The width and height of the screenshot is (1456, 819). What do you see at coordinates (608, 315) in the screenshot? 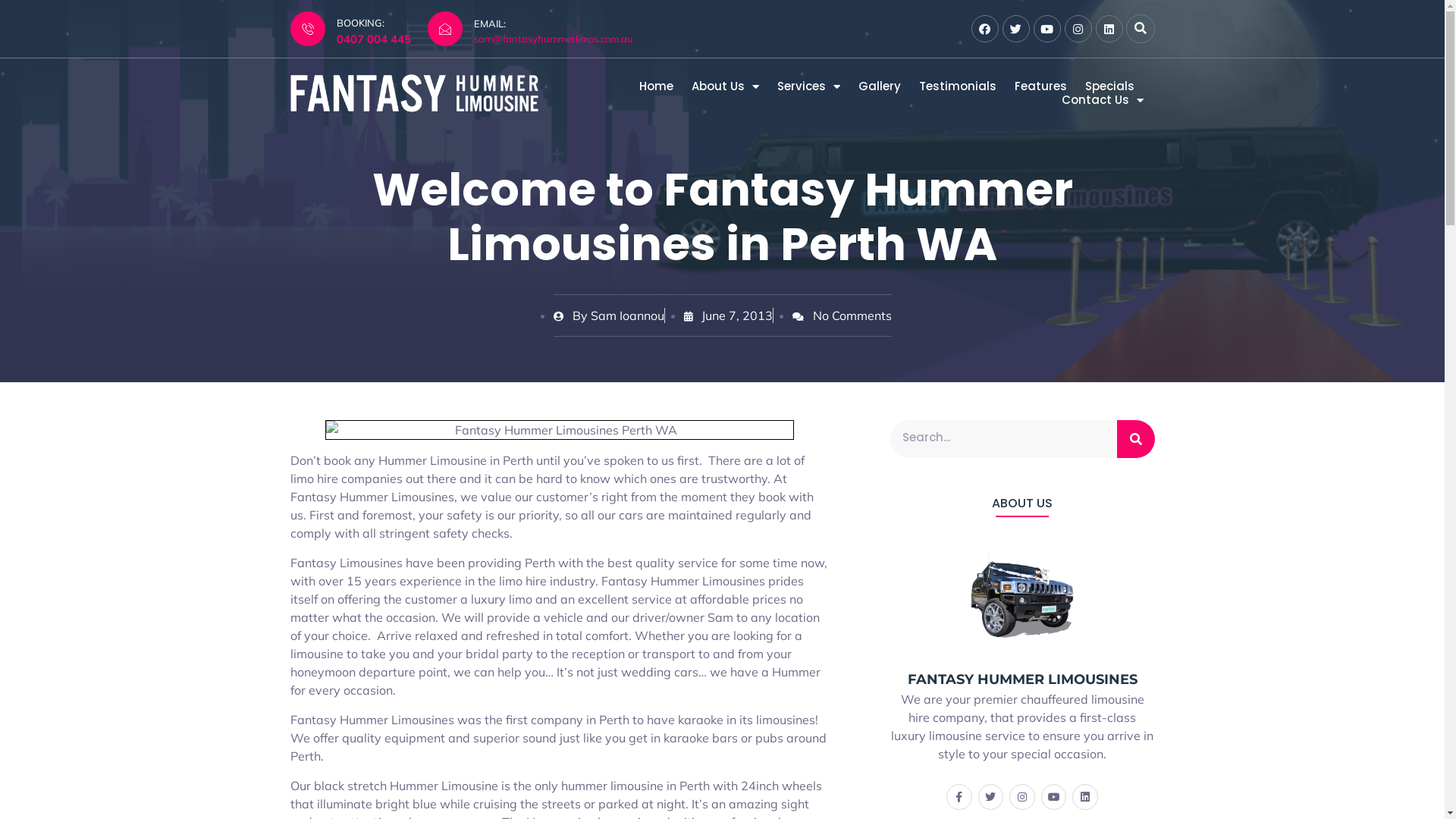
I see `'By Sam Ioannou'` at bounding box center [608, 315].